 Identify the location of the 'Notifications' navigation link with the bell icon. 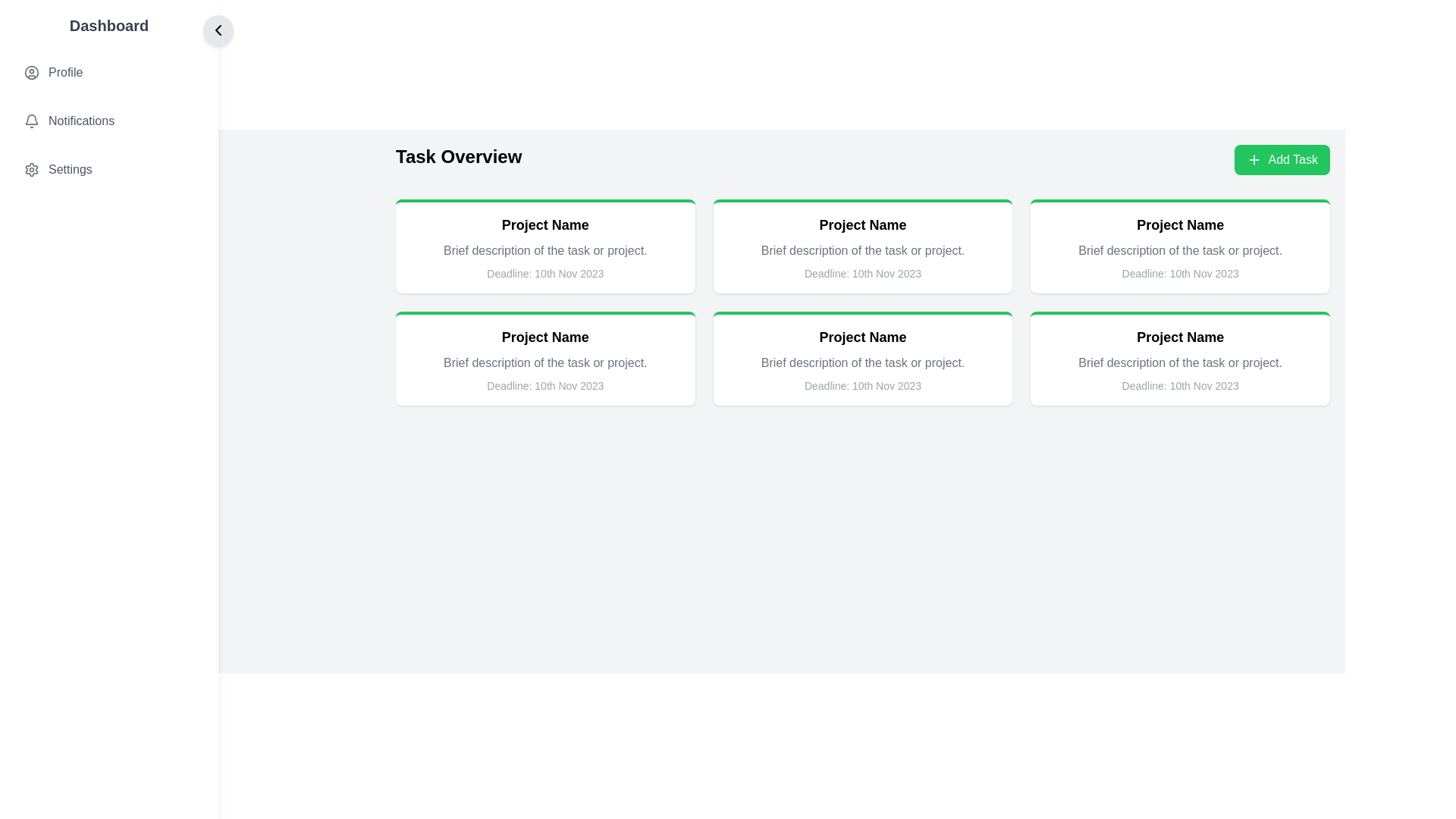
(108, 120).